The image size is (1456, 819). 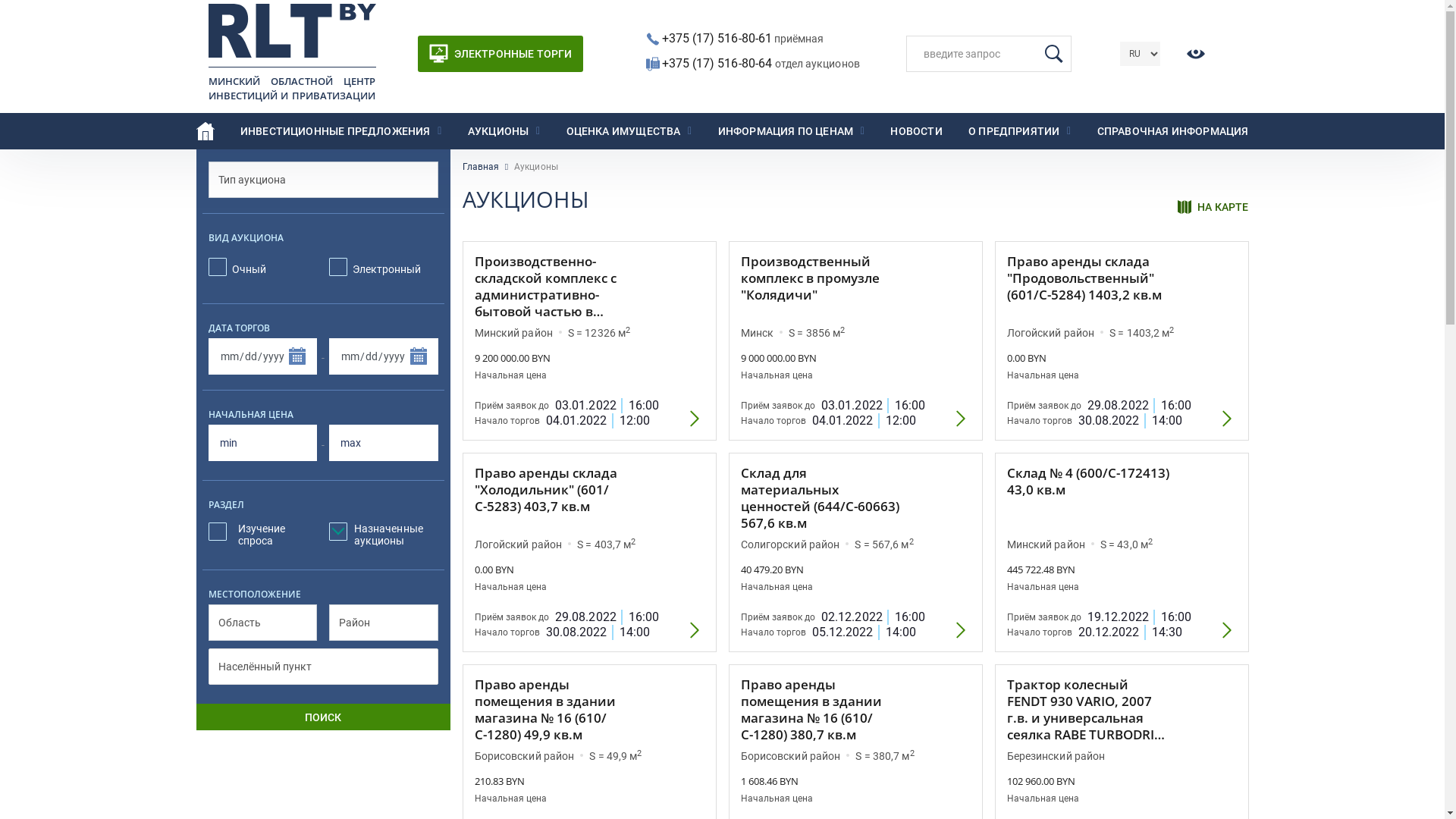 I want to click on '+375 (17) 516-80-61', so click(x=716, y=36).